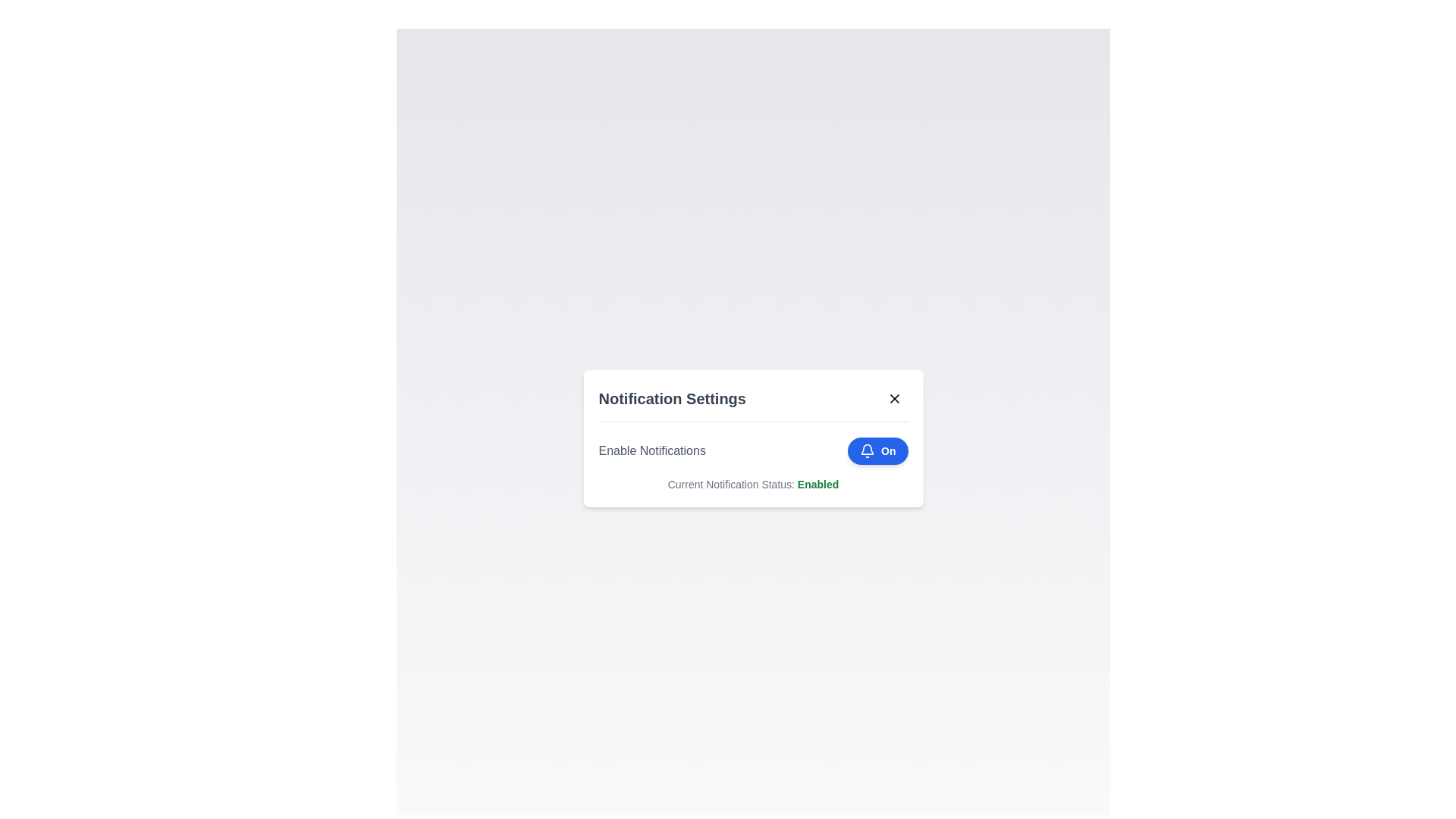 This screenshot has width=1456, height=819. I want to click on the text label 'Current Notification Status: Enabled', so click(753, 484).